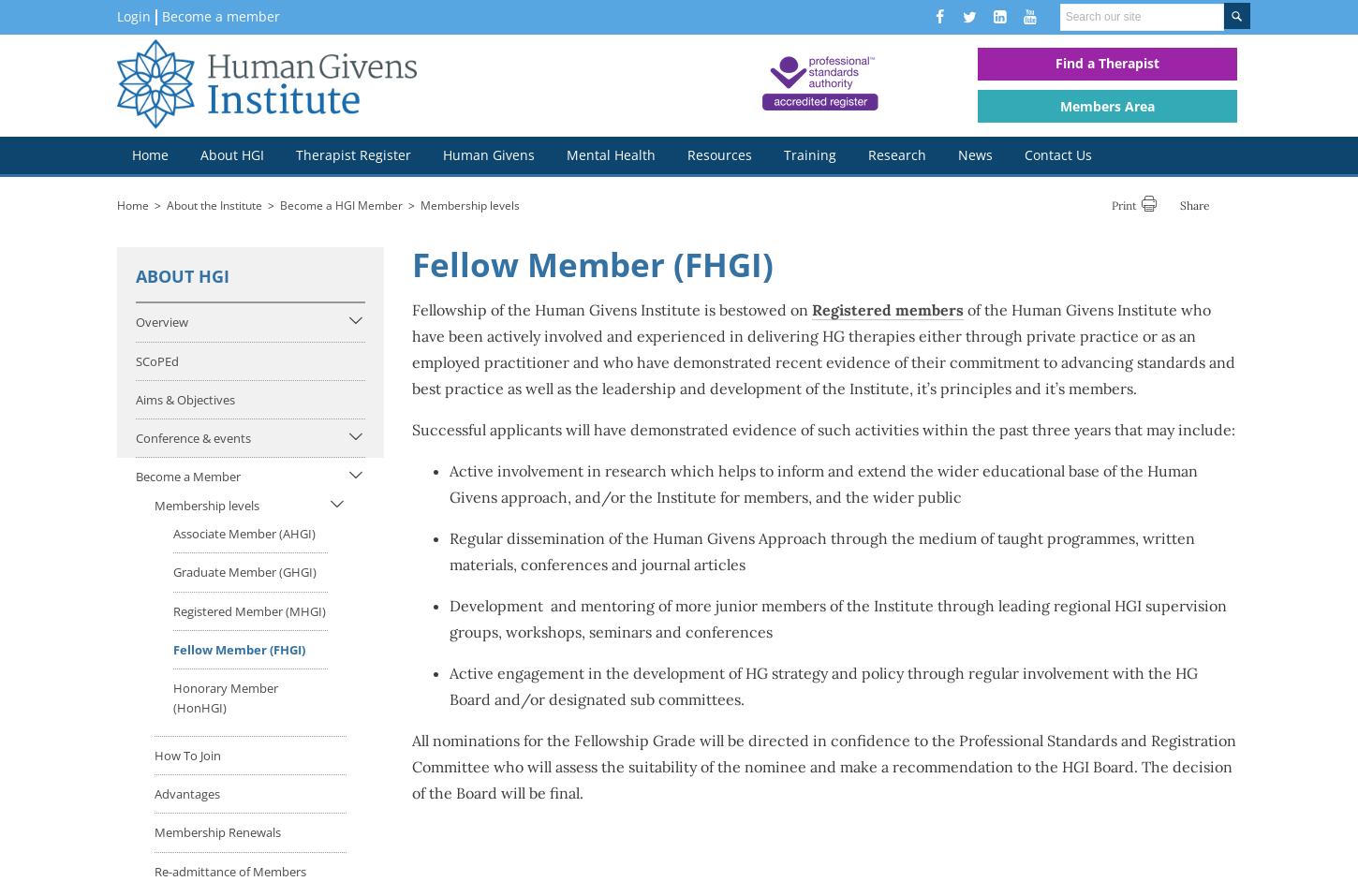  I want to click on 'Registered members', so click(887, 308).